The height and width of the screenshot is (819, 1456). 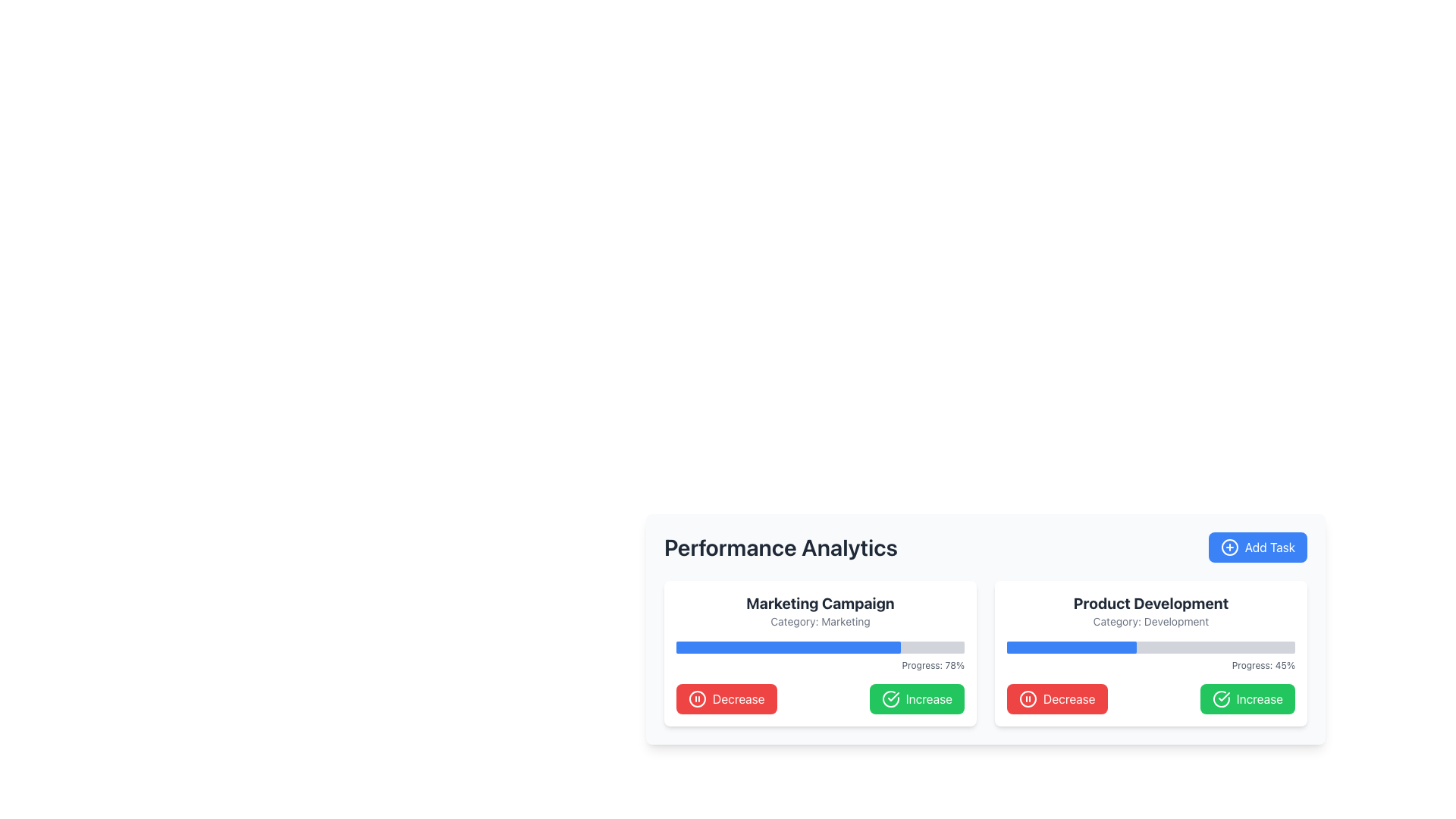 I want to click on the 'Increase' button located in the 'Marketing Campaign' section of the 'Performance Analytics' card, so click(x=916, y=698).